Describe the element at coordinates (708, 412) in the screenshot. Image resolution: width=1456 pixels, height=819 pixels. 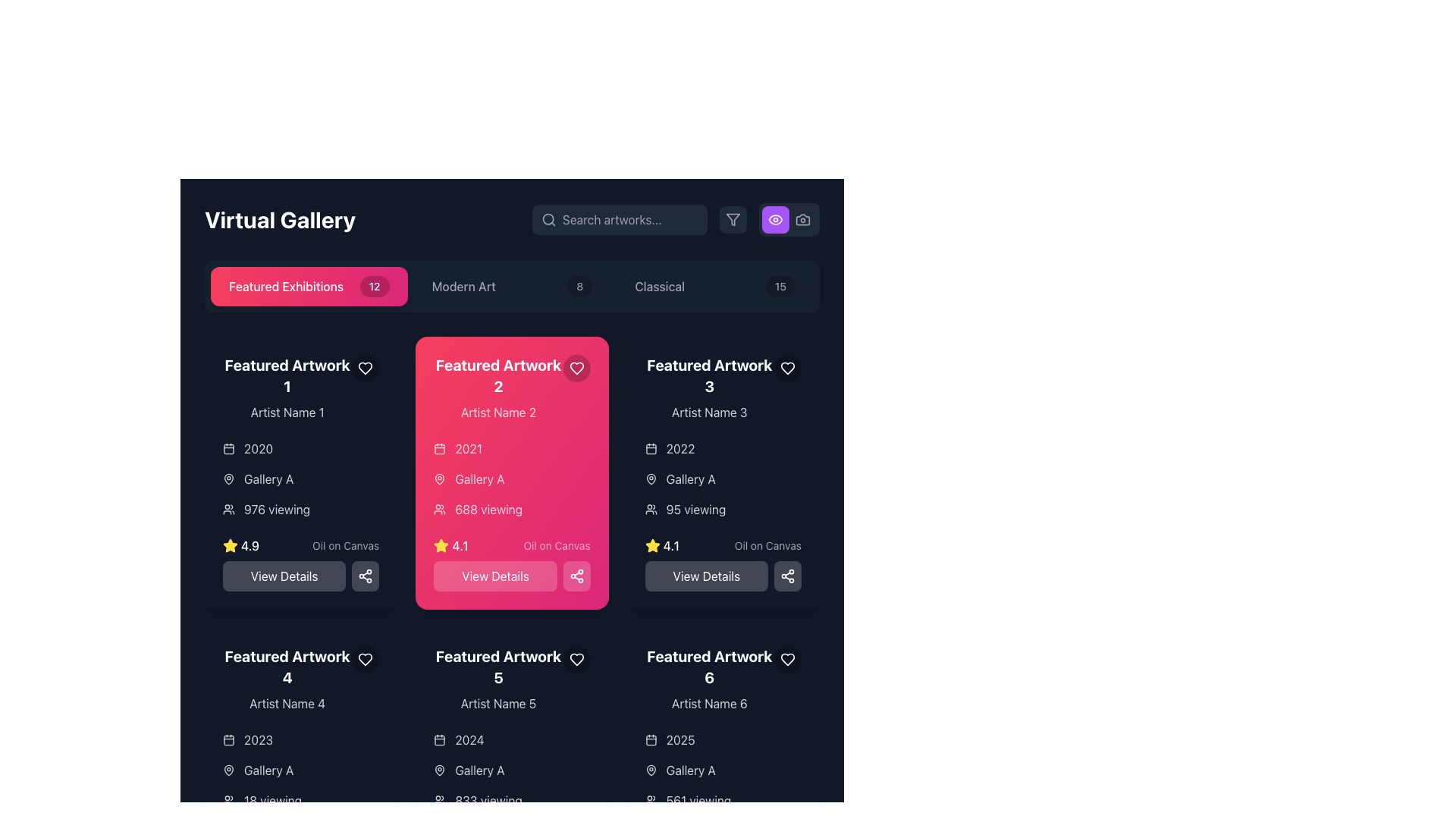
I see `the 'Artist Name 3' text label, which is displayed in light gray font with a semi-transparent effect, located below the title 'Featured Artwork 3' in the top-right section of the artwork card` at that location.